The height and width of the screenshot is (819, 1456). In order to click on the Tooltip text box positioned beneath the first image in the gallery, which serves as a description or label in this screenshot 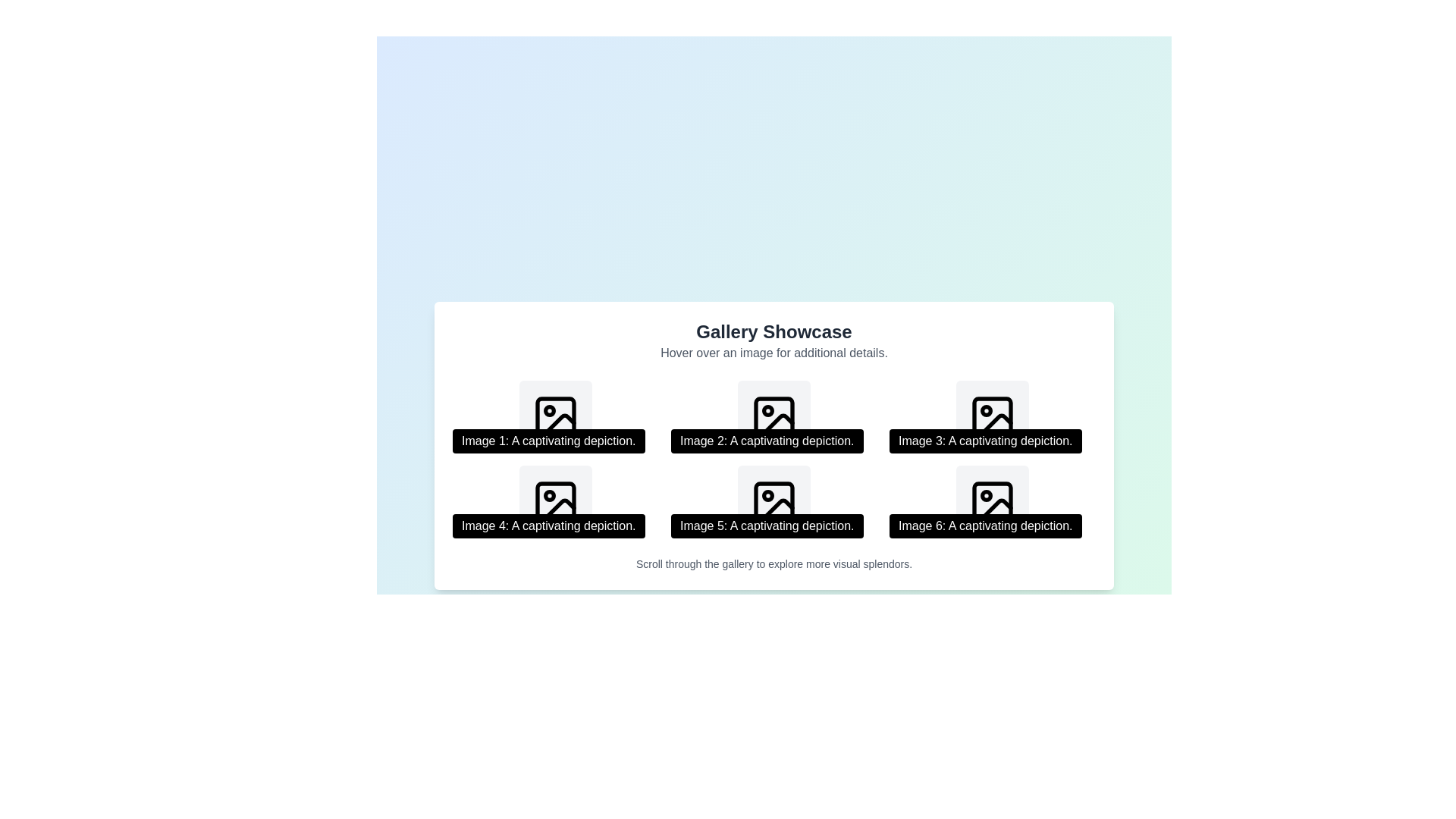, I will do `click(555, 417)`.